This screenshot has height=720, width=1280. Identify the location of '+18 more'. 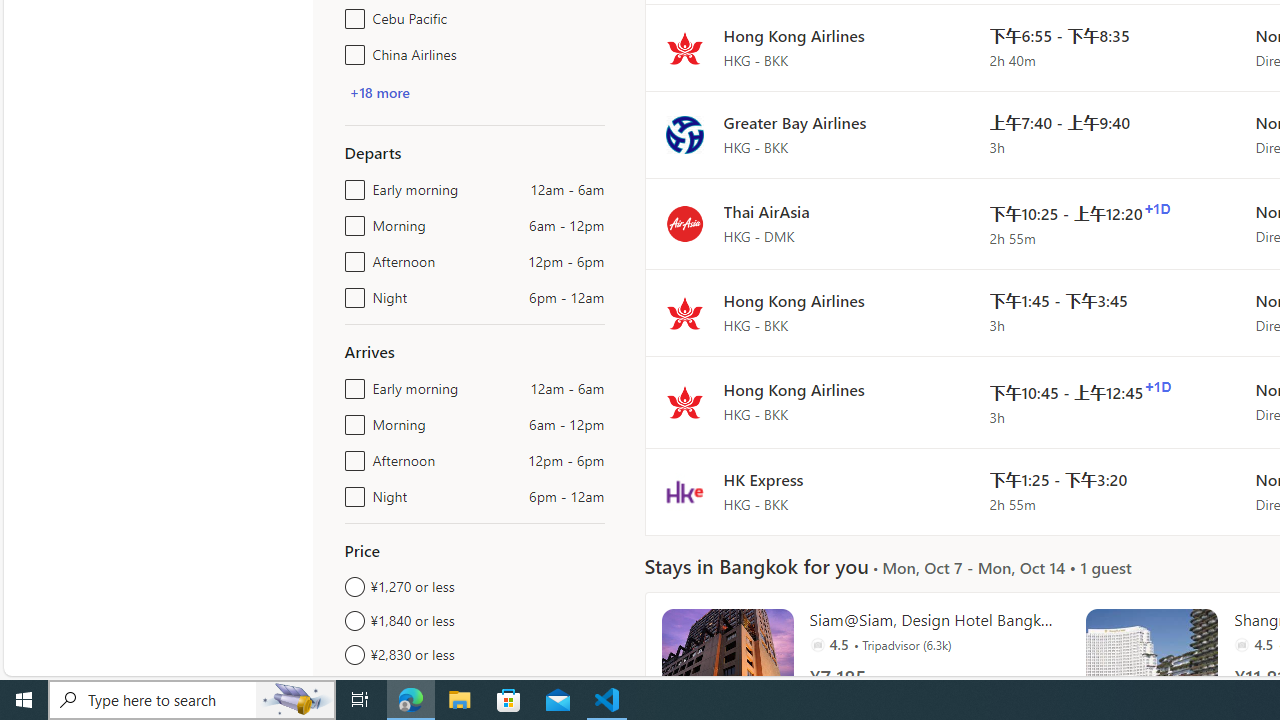
(379, 92).